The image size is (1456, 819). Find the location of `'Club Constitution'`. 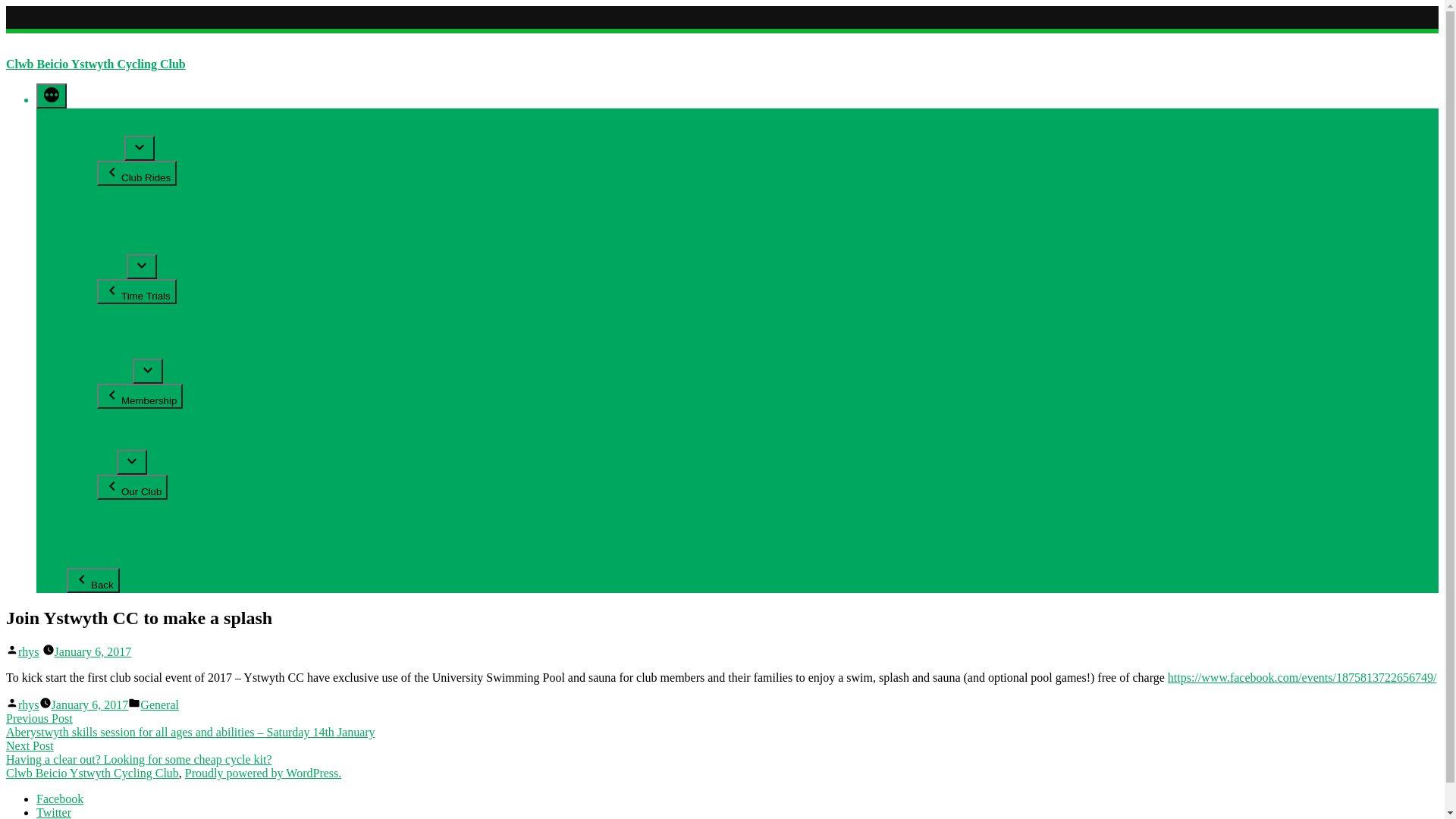

'Club Constitution' is located at coordinates (143, 519).